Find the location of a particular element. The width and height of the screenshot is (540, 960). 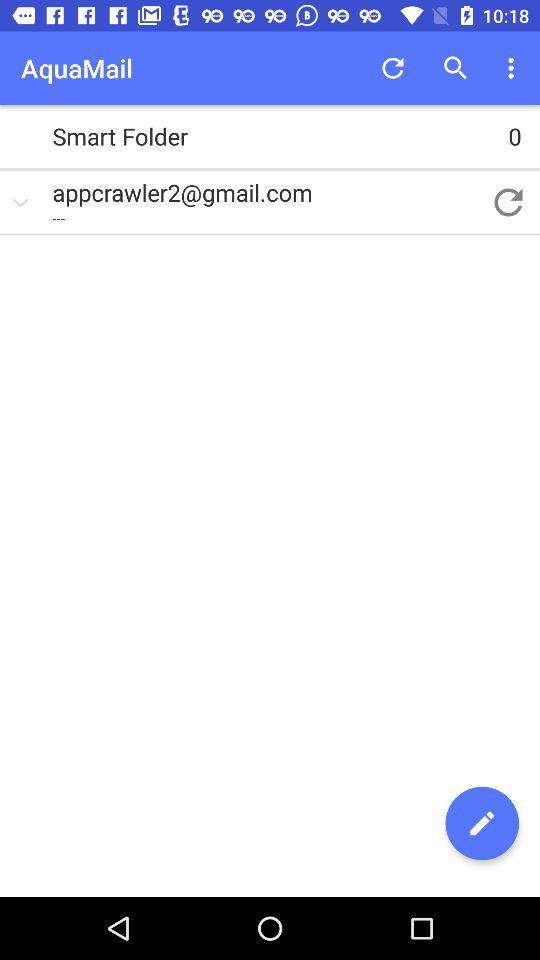

the item above the smart folder item is located at coordinates (513, 68).